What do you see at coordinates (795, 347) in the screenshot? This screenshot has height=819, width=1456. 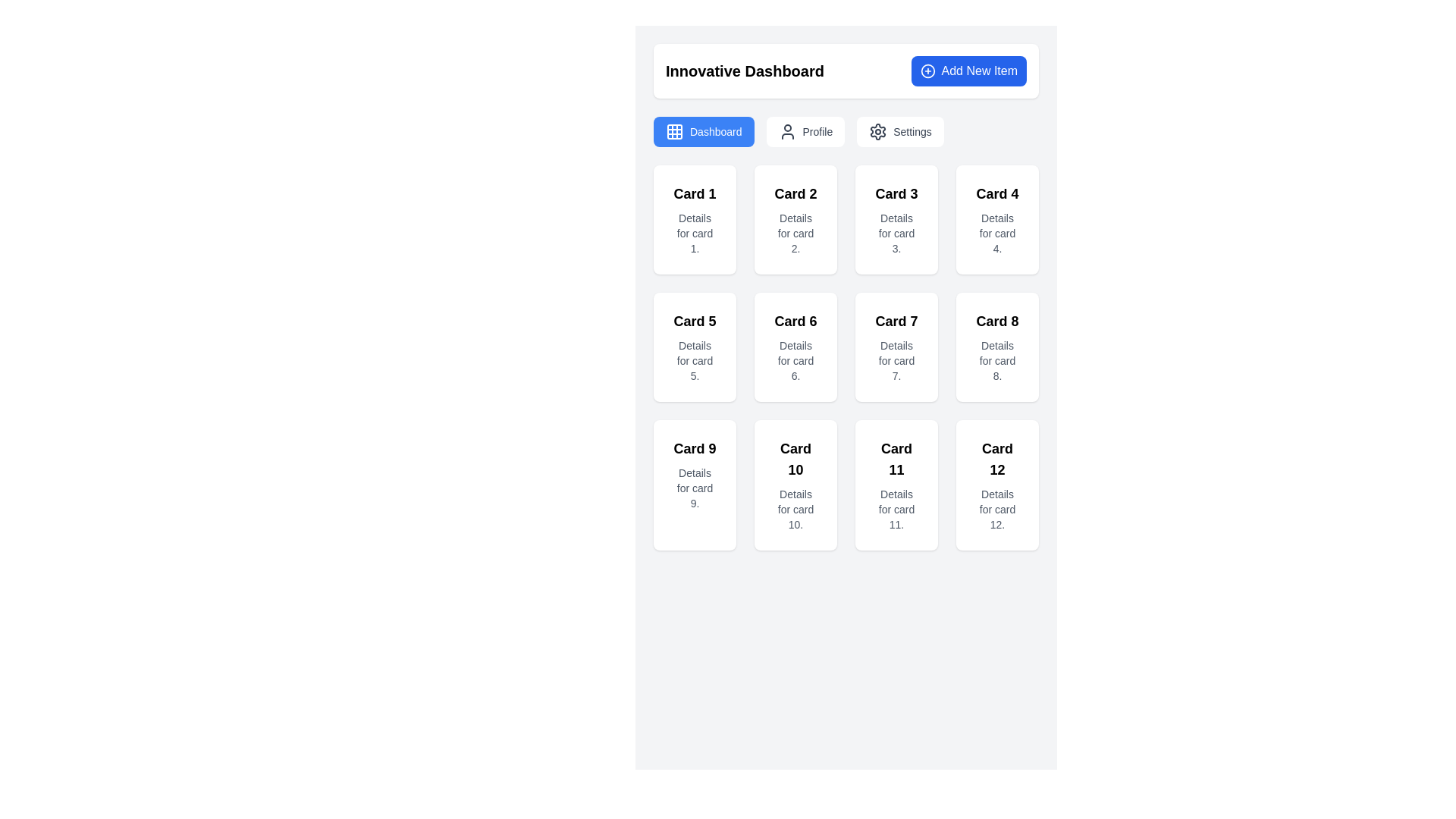 I see `'Card 6' located in the second row and second column of a grid layout, positioned between 'Card 5' and 'Card 7'` at bounding box center [795, 347].